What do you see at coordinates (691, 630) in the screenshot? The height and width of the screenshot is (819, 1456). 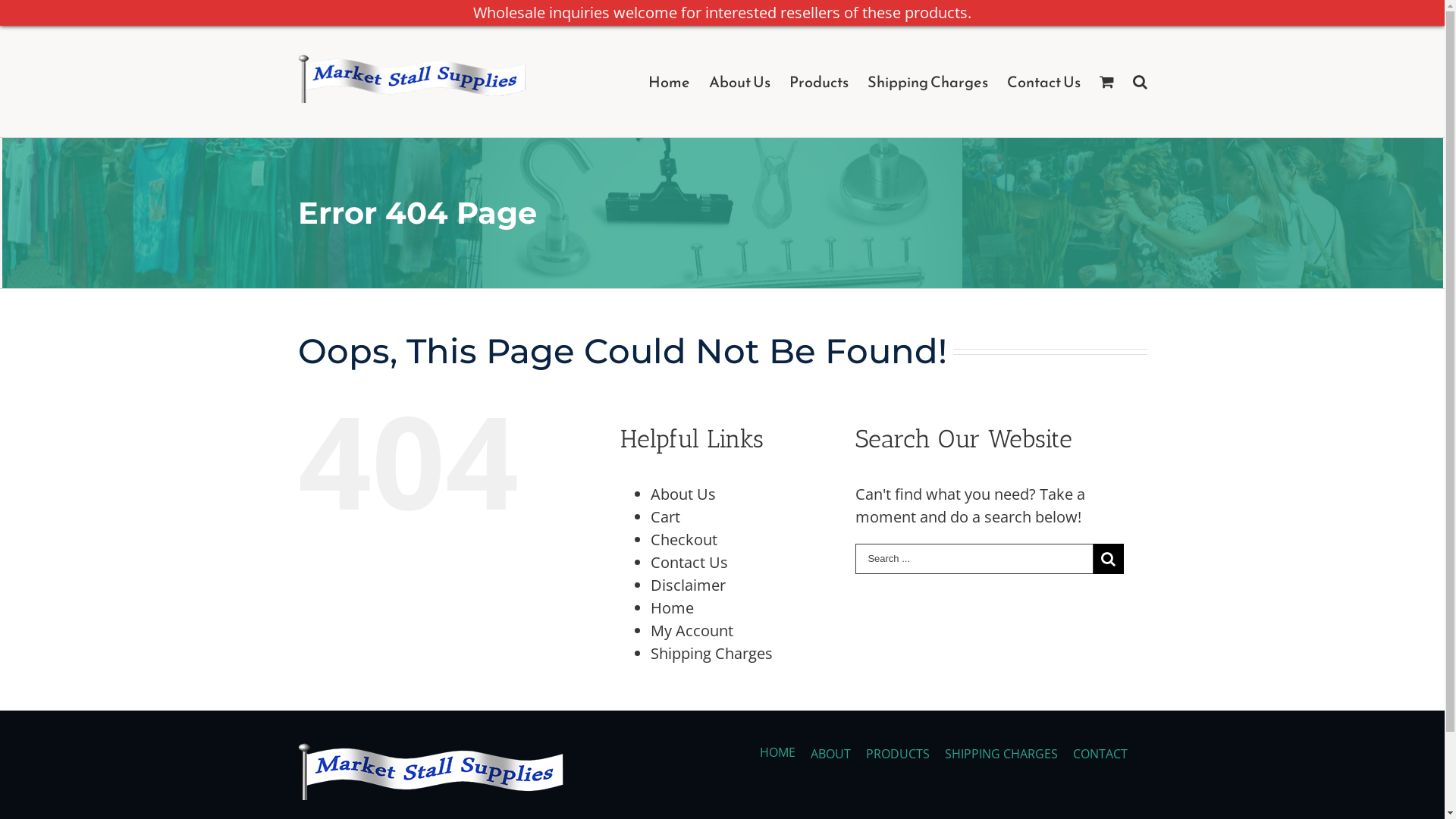 I see `'My Account'` at bounding box center [691, 630].